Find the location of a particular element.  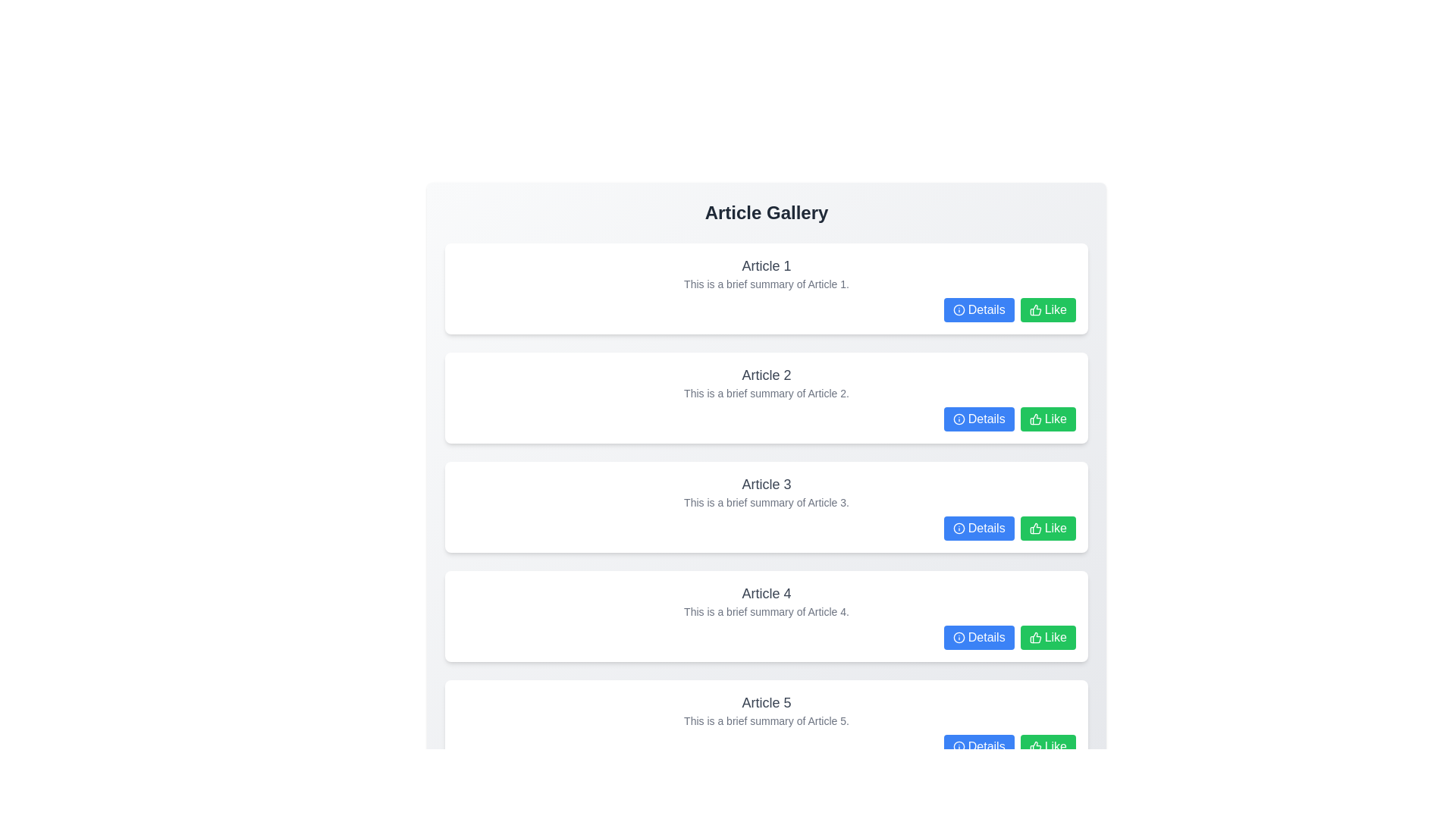

the green 'Like' button with rounded corners, labeled 'Like' in white text, located in the bottom-right corner of the second article card, to like the article is located at coordinates (1047, 419).